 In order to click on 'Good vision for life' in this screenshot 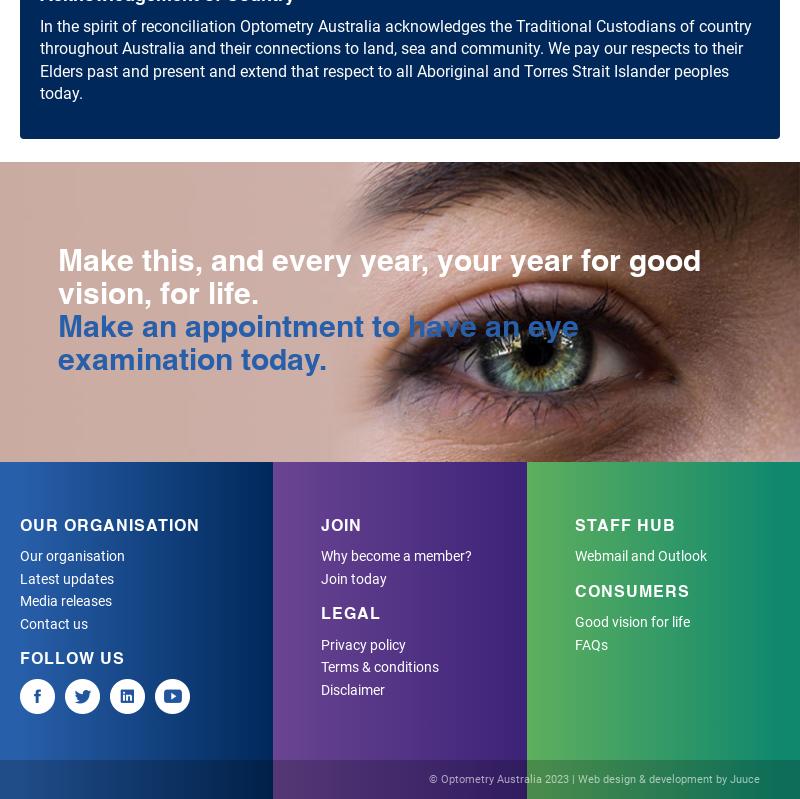, I will do `click(631, 622)`.